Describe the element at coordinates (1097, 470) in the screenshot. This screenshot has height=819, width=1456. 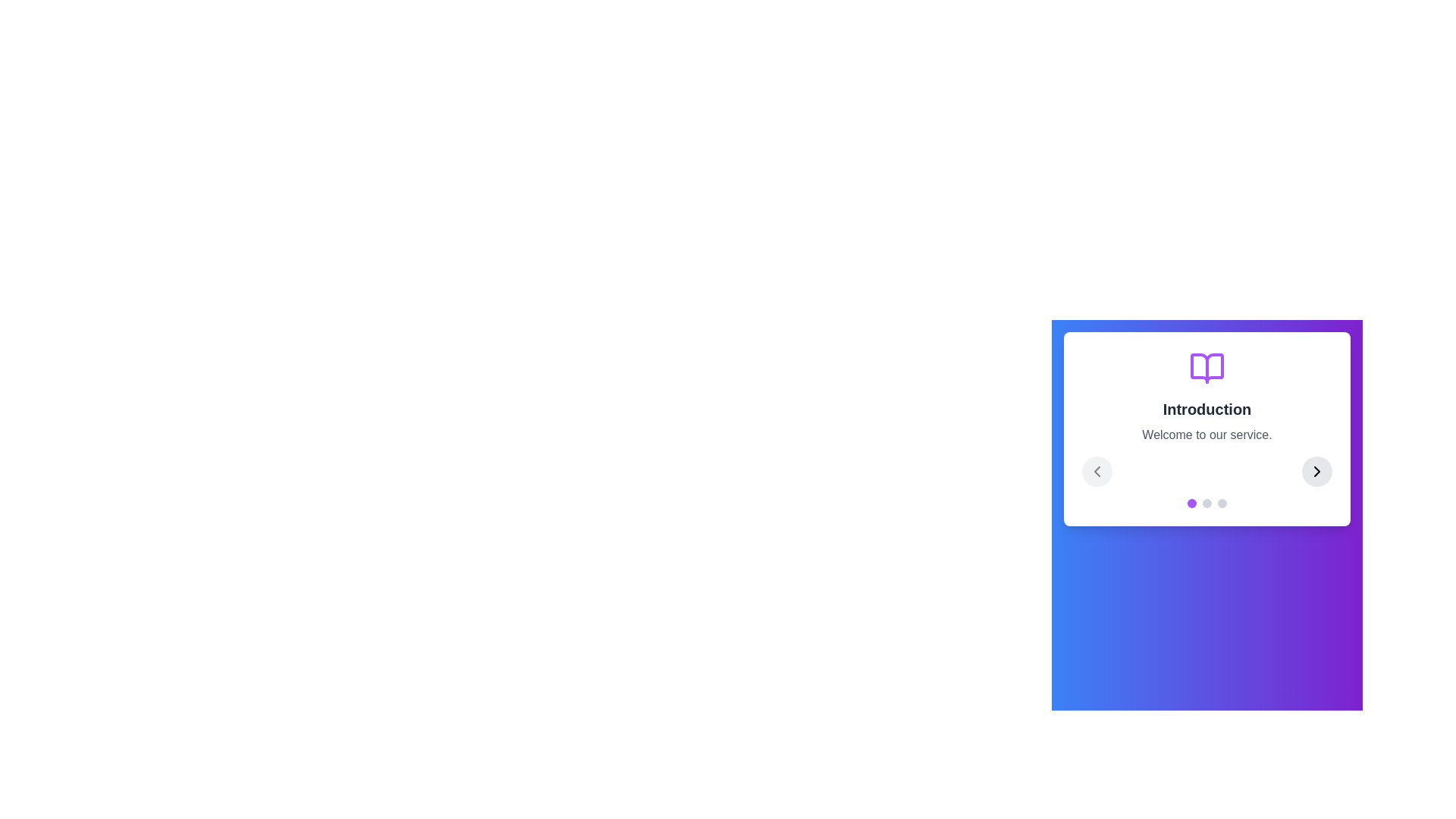
I see `the left arrow button to navigate to the previous step` at that location.